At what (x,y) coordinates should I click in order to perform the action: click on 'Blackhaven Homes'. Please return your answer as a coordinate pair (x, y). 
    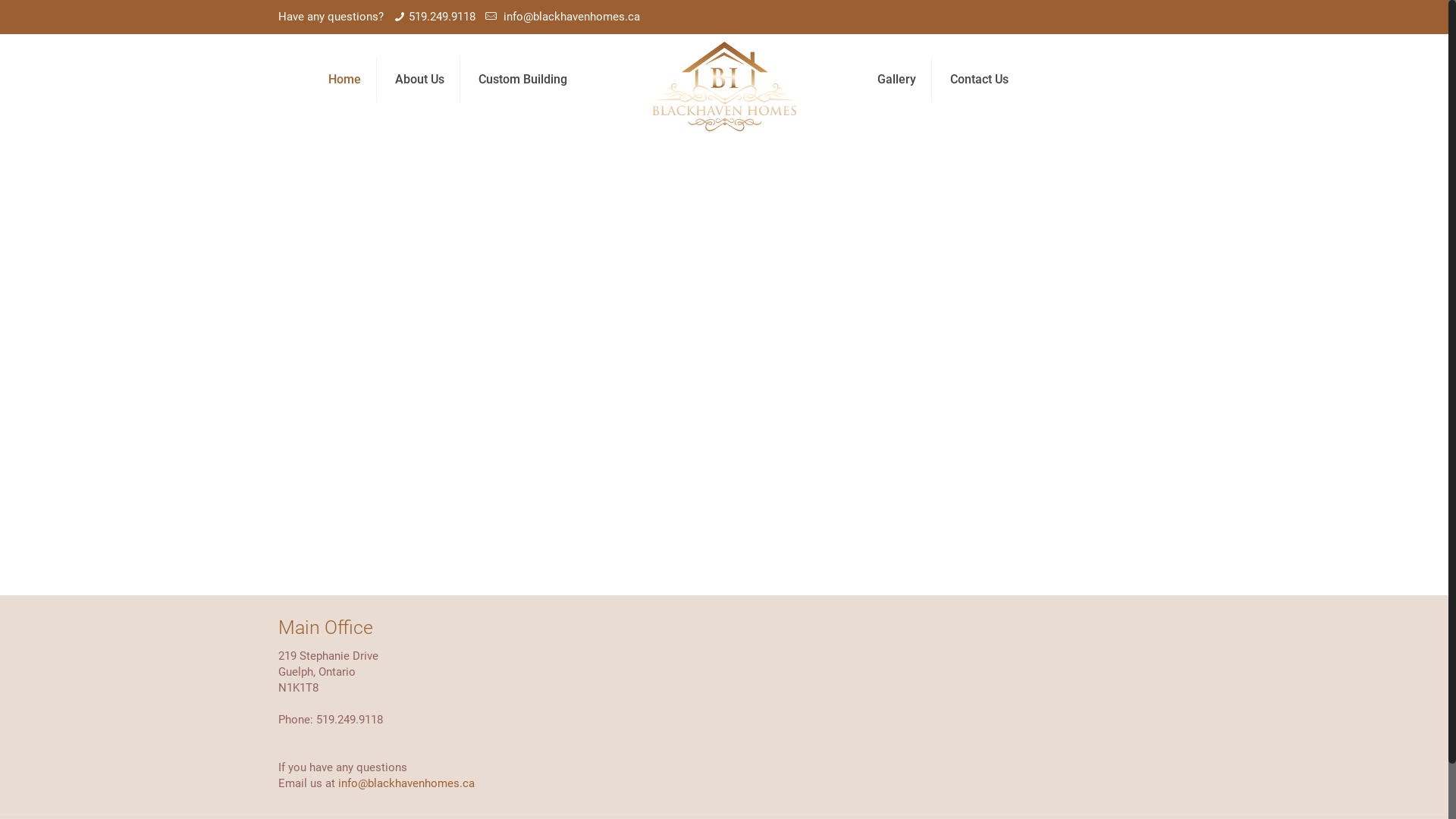
    Looking at the image, I should click on (723, 87).